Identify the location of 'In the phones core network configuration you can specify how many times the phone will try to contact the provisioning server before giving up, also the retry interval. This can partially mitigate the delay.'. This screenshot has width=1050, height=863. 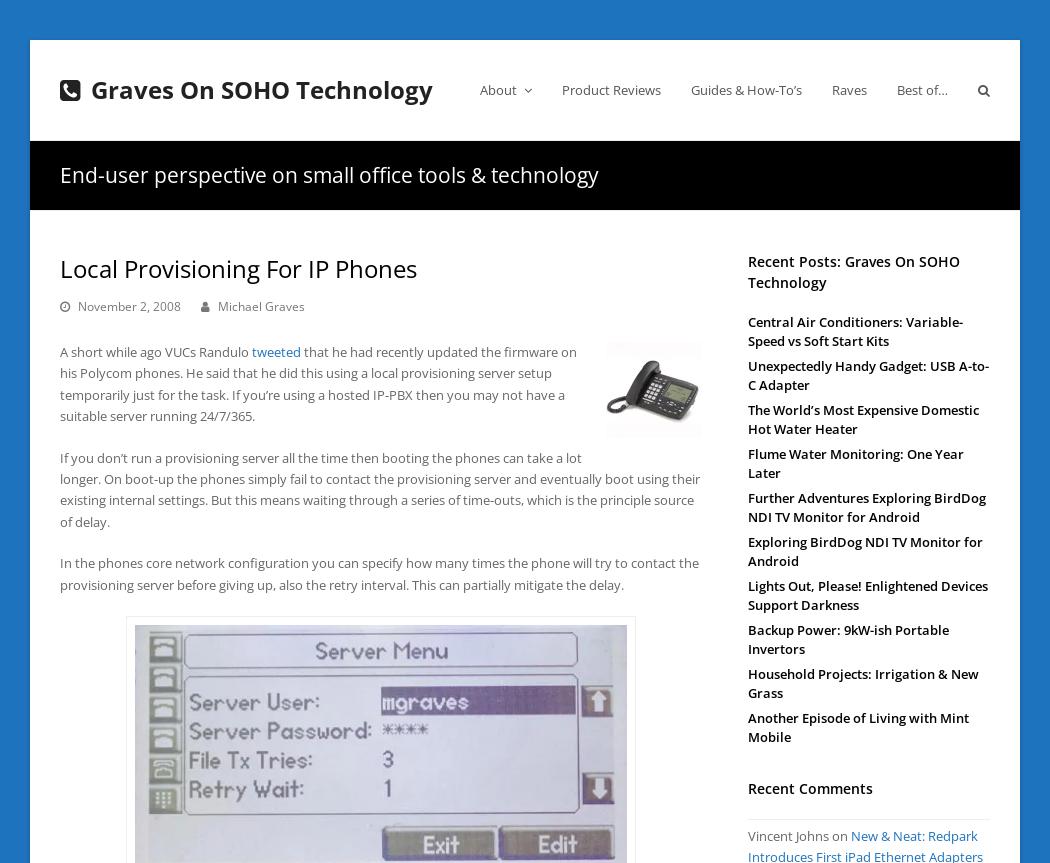
(379, 573).